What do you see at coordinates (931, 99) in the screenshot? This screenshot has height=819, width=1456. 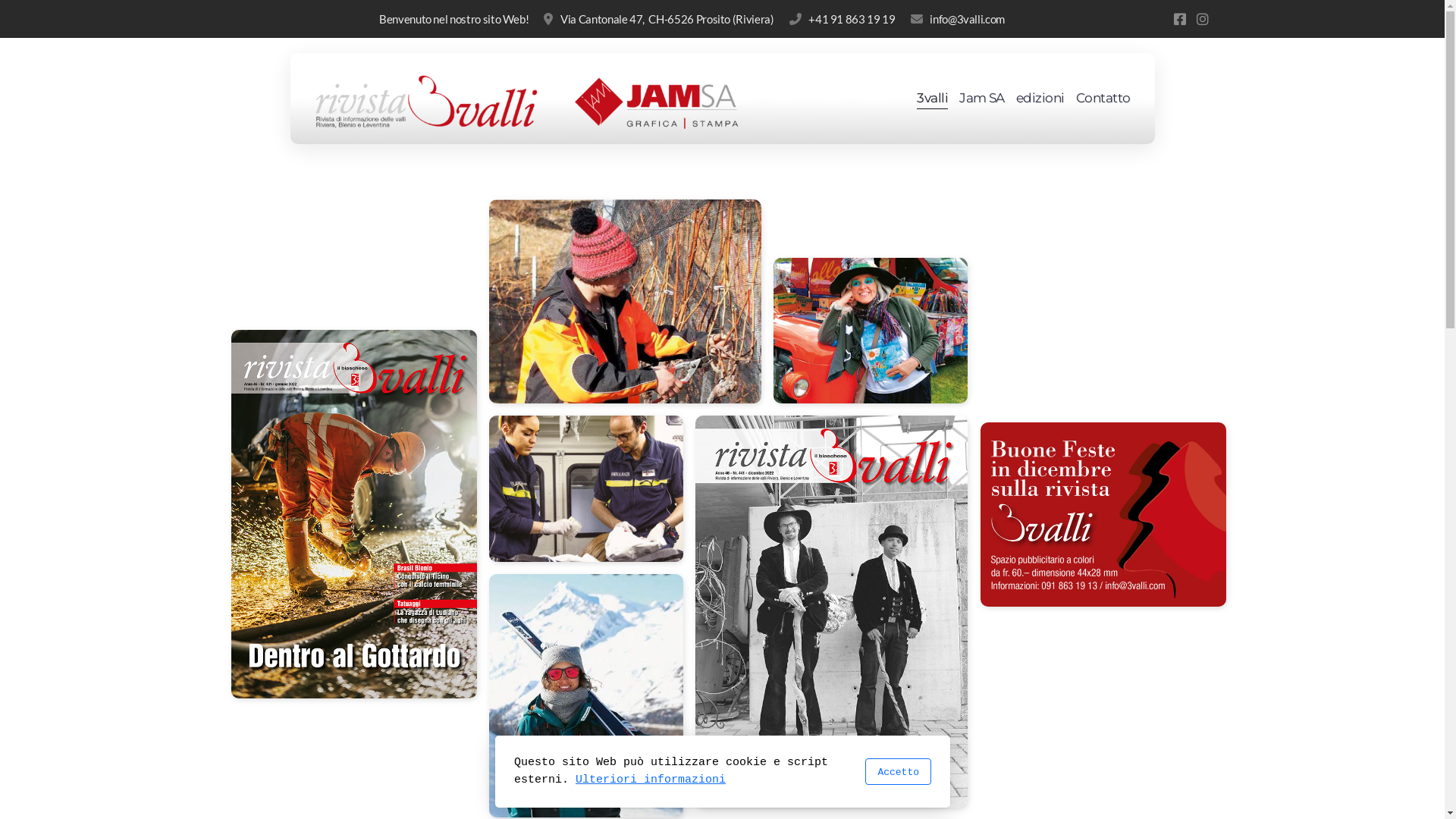 I see `'3valli'` at bounding box center [931, 99].